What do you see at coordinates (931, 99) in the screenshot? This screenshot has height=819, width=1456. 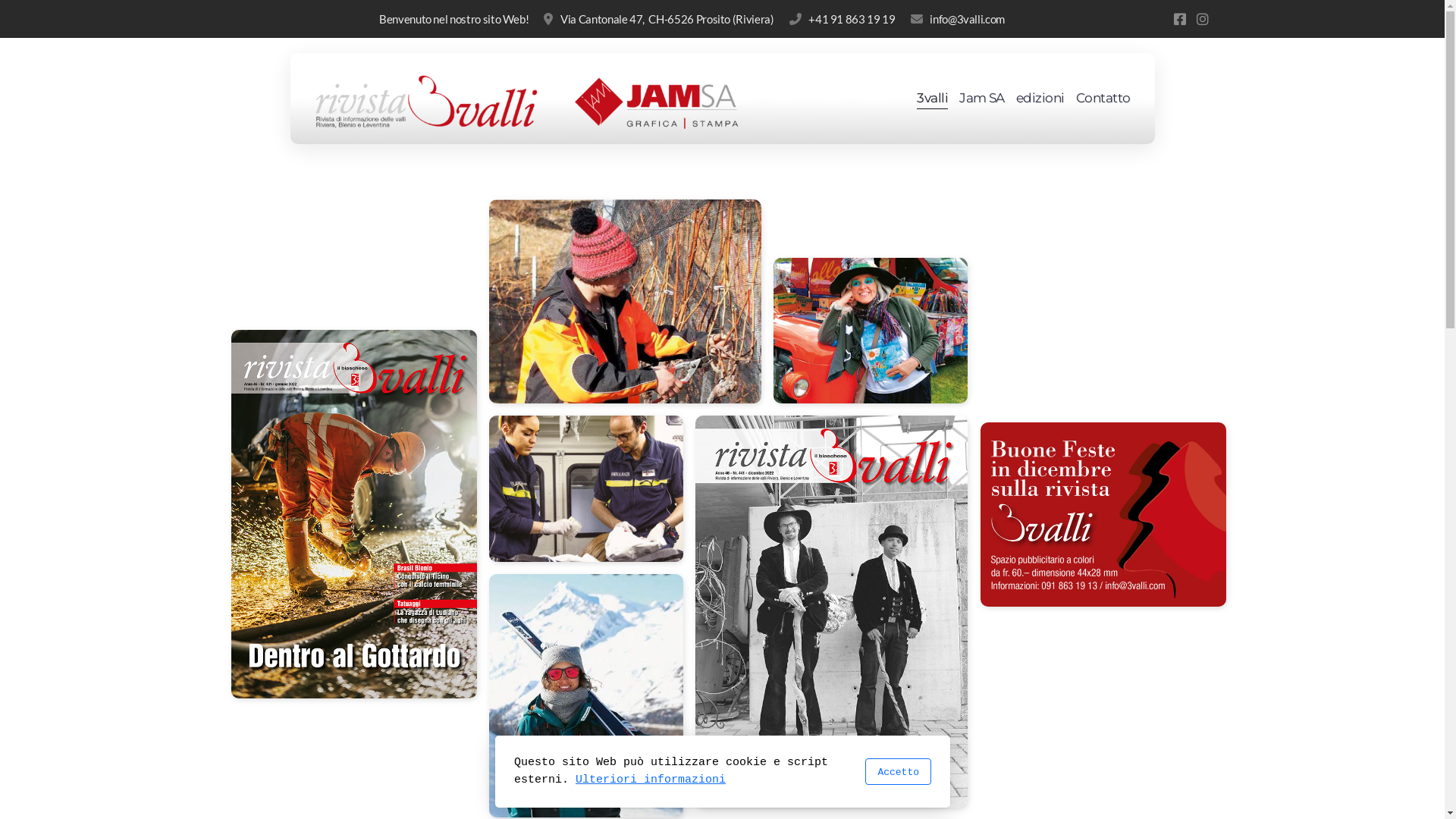 I see `'3valli'` at bounding box center [931, 99].